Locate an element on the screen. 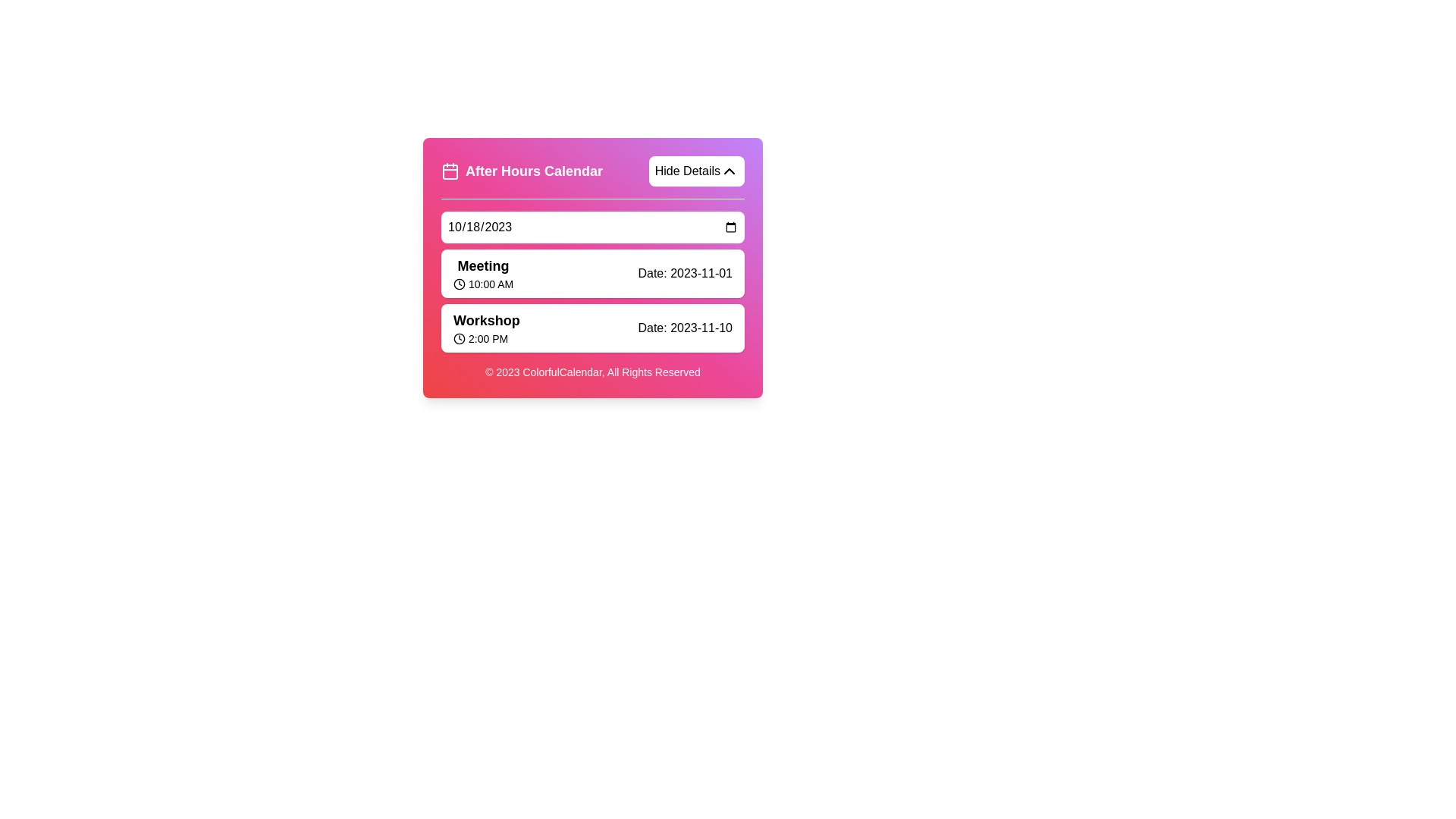 The width and height of the screenshot is (1456, 819). the icon that symbolizes time located to the left of the text '10:00 AM' in the second entry of the list under the heading 'Meeting' is located at coordinates (458, 284).